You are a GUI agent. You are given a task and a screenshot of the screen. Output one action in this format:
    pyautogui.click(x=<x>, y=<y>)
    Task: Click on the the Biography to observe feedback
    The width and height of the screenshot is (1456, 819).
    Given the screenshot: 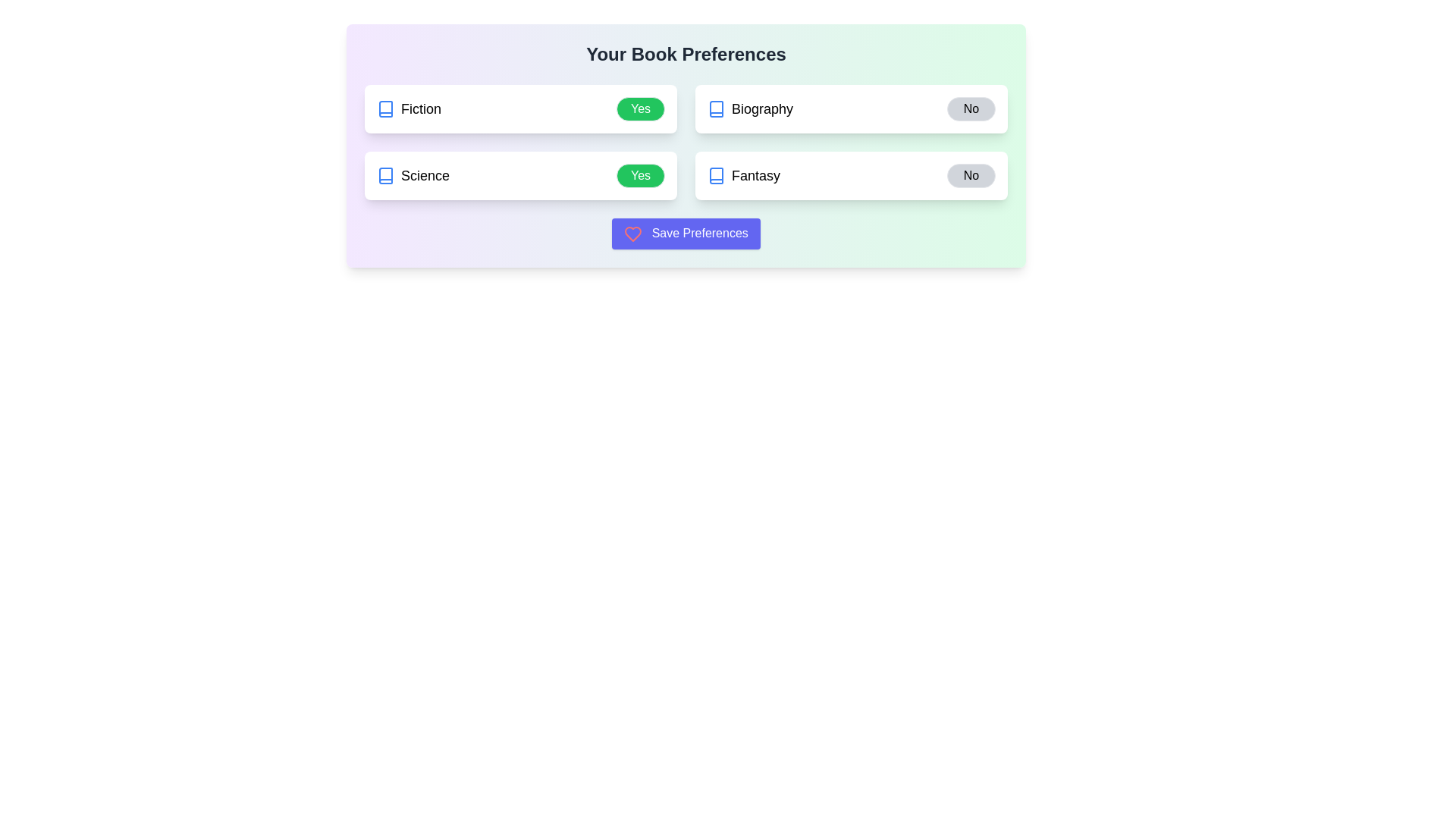 What is the action you would take?
    pyautogui.click(x=750, y=108)
    